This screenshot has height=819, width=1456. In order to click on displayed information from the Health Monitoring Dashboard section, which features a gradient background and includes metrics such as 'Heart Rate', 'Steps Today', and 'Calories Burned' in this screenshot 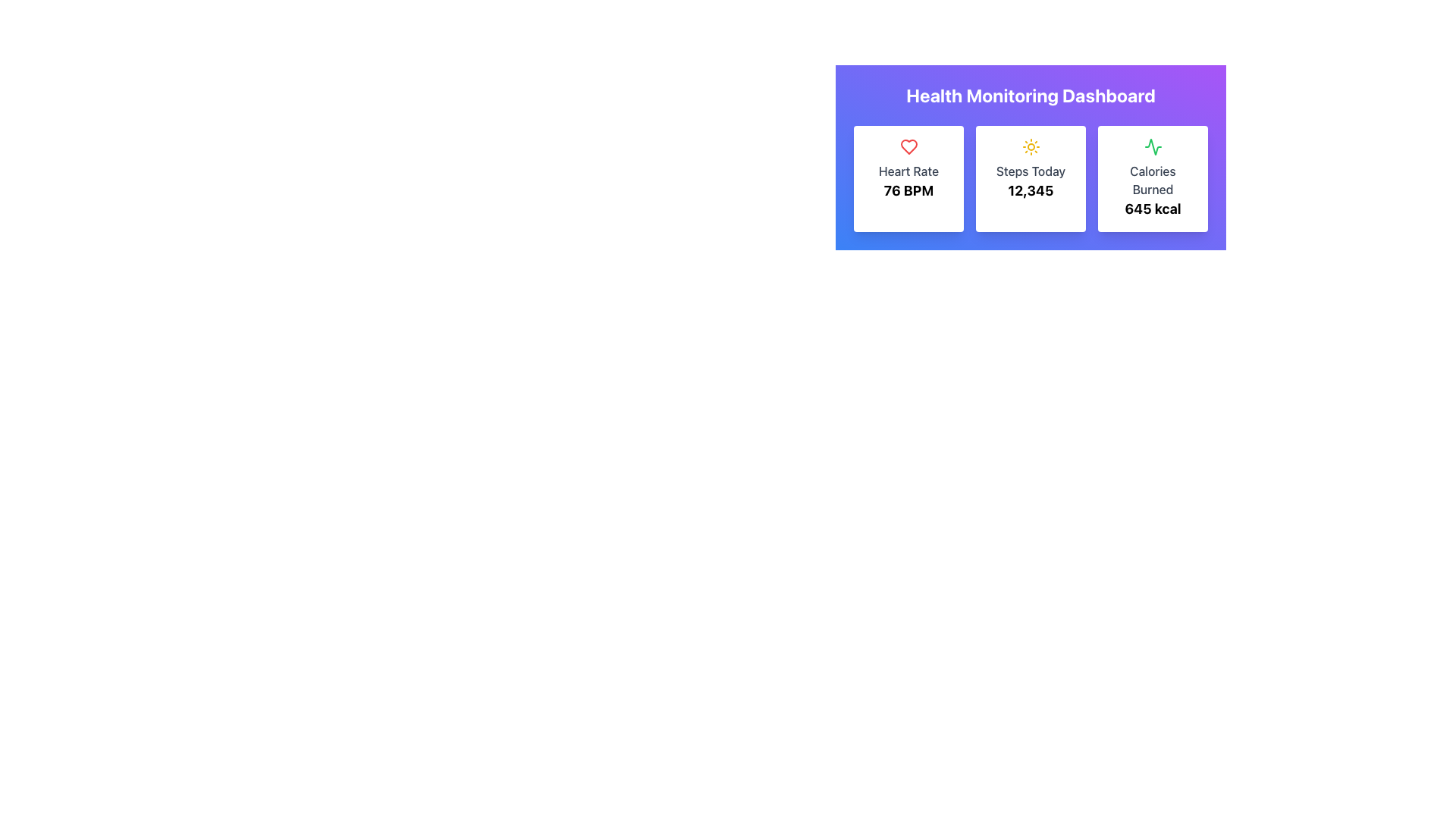, I will do `click(1031, 158)`.